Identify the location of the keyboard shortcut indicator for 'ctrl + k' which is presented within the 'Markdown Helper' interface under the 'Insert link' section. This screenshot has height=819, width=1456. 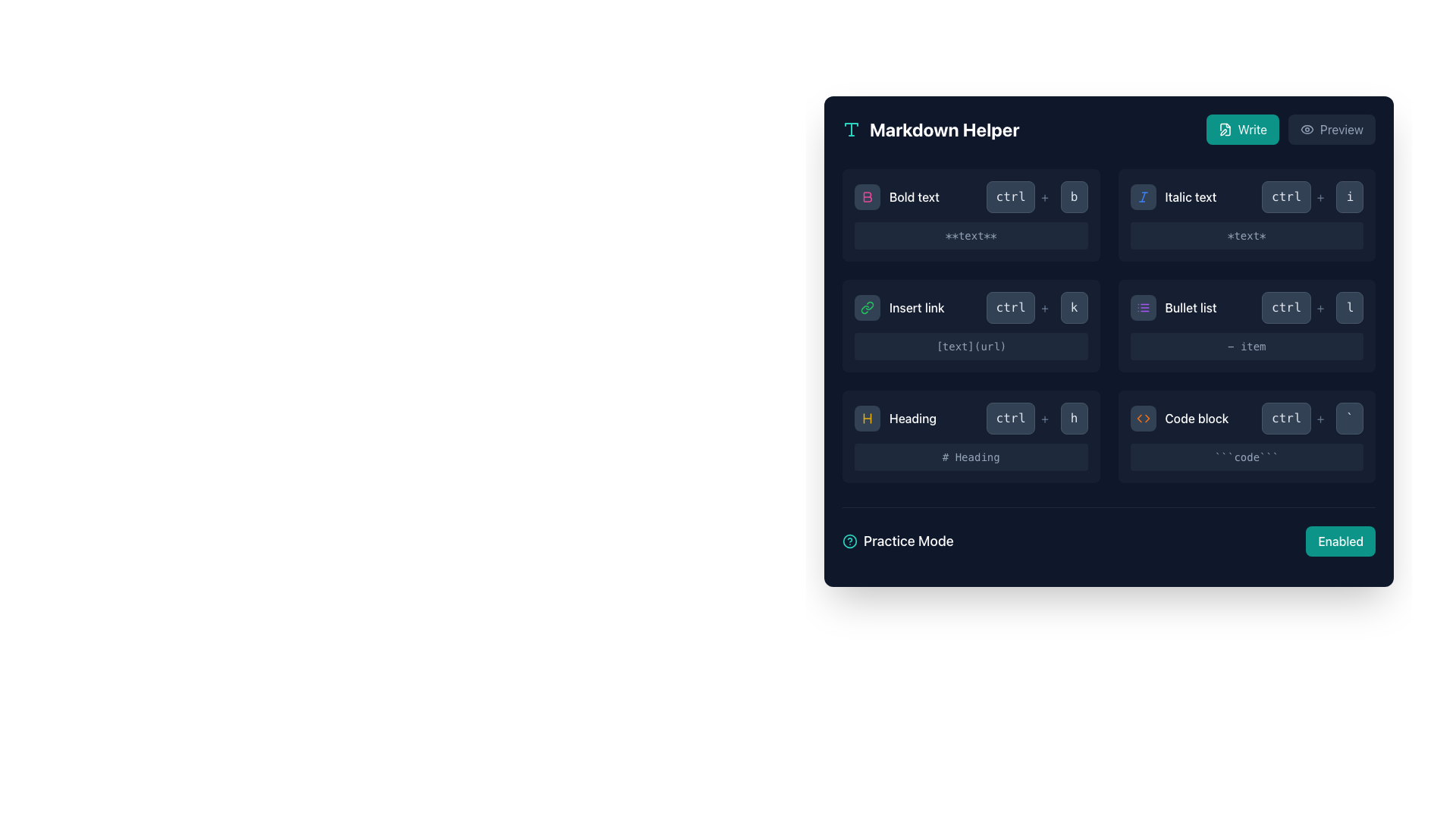
(1036, 307).